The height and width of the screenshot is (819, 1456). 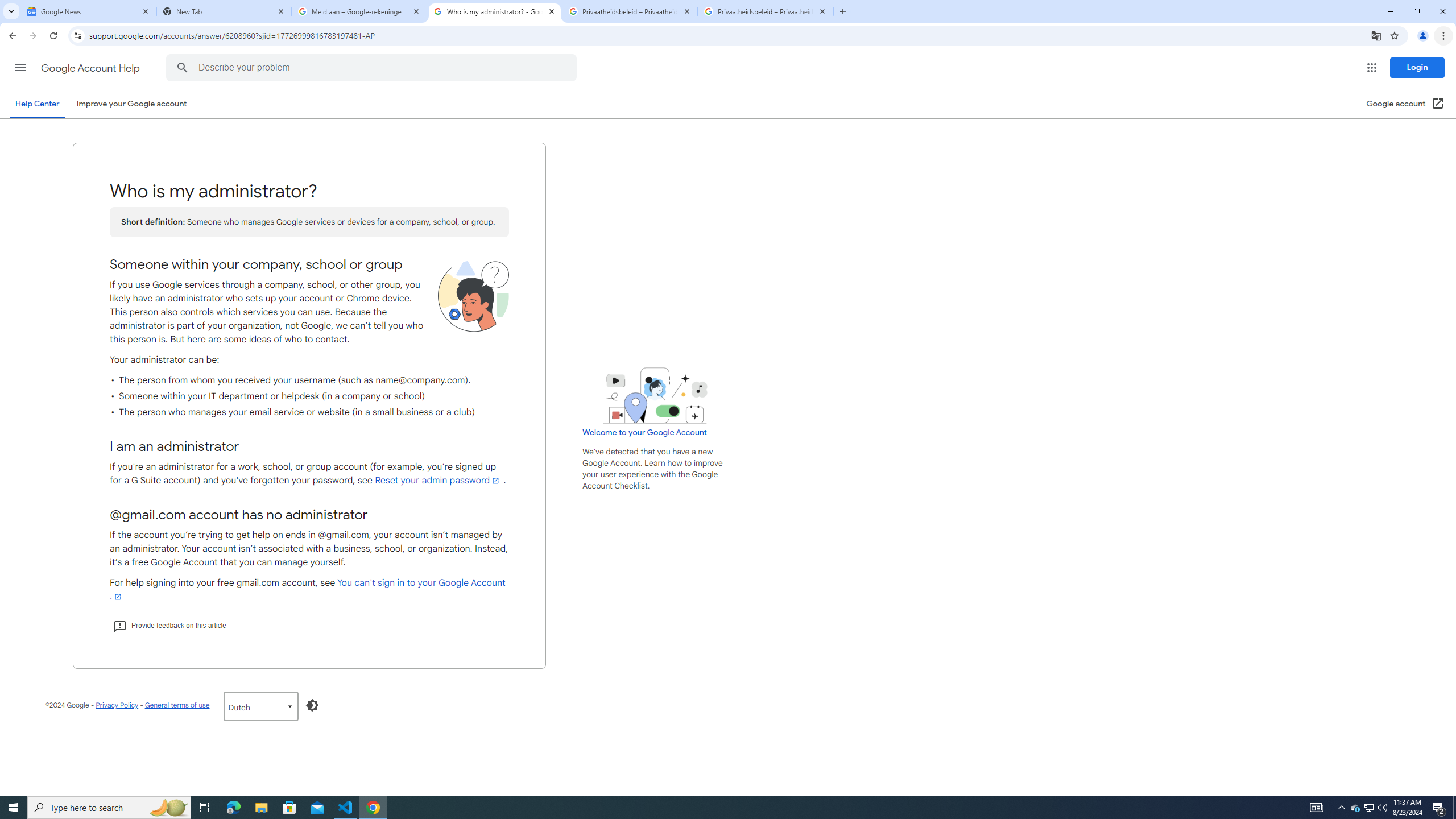 I want to click on 'Google Account (Opens in new window)', so click(x=1405, y=103).